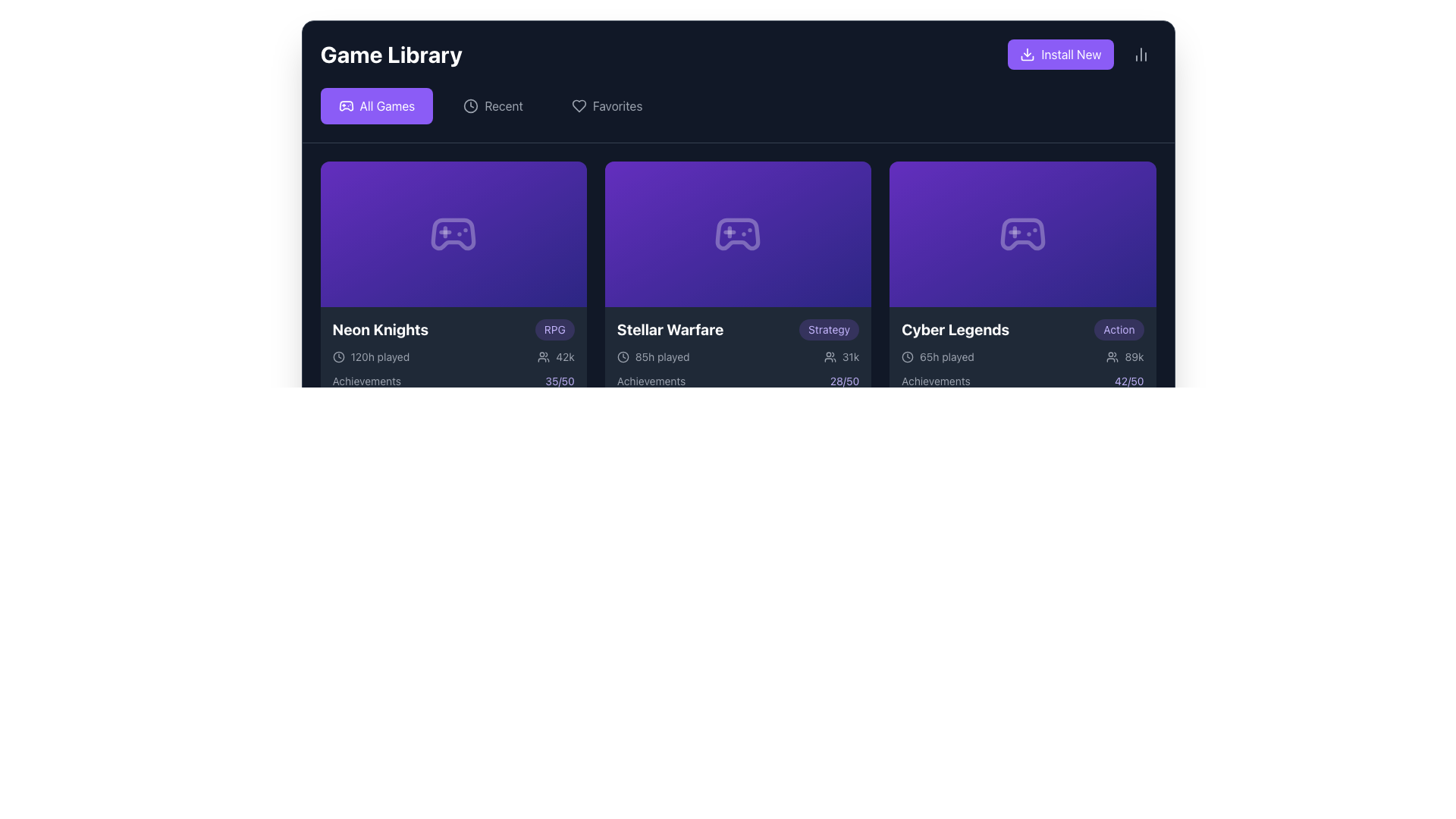 This screenshot has width=1456, height=819. Describe the element at coordinates (738, 380) in the screenshot. I see `the Text display with progress information that shows 'Achievements' on the left in gray font and '28/50' on the right in violet font, located in the lower part of the middle card labeled 'Stellar Warfare'` at that location.